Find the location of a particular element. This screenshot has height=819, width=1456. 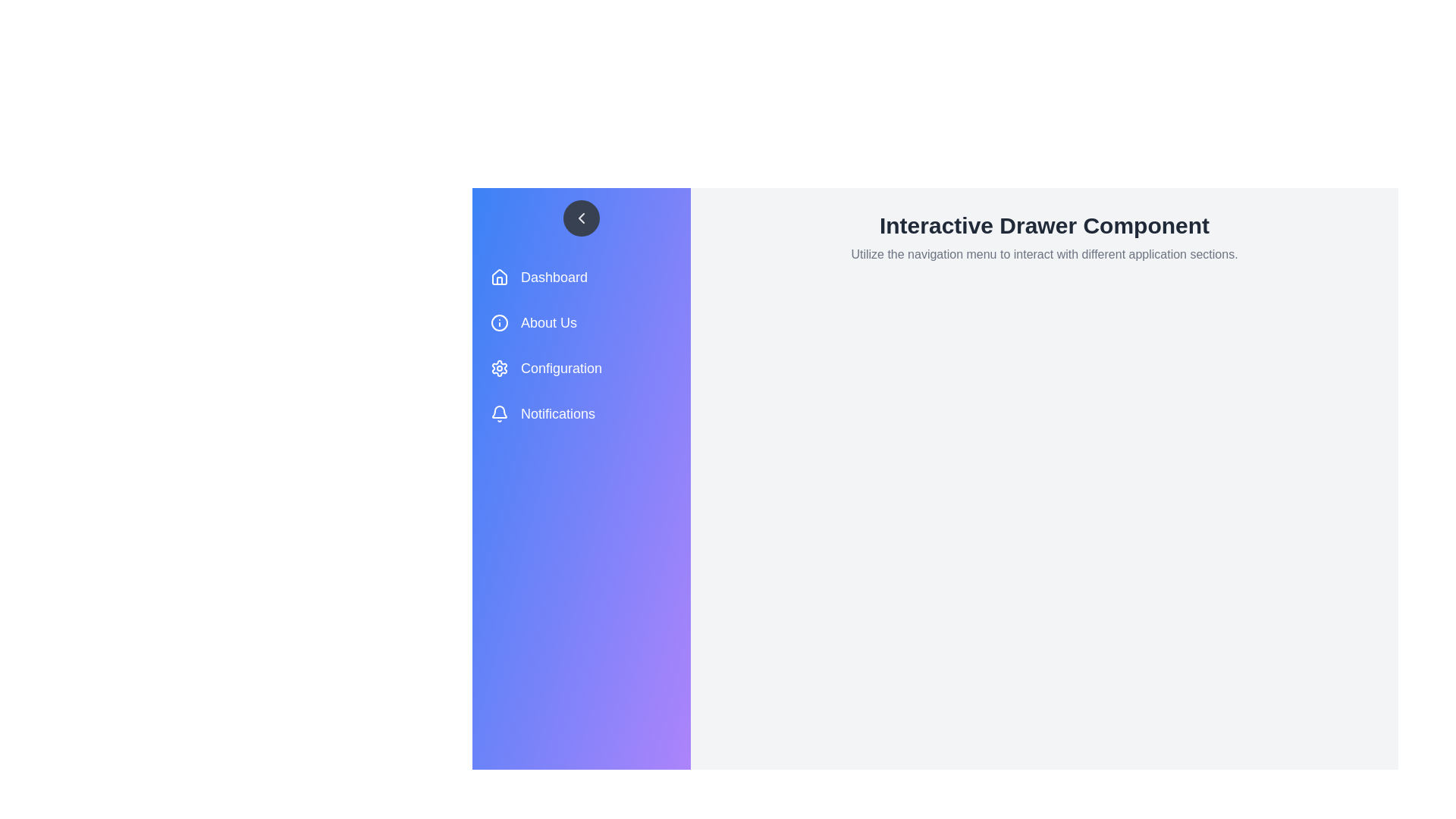

the 'Configuration' navigation menu item, which is the third entry in the vertical sidebar and features a gear icon is located at coordinates (586, 369).